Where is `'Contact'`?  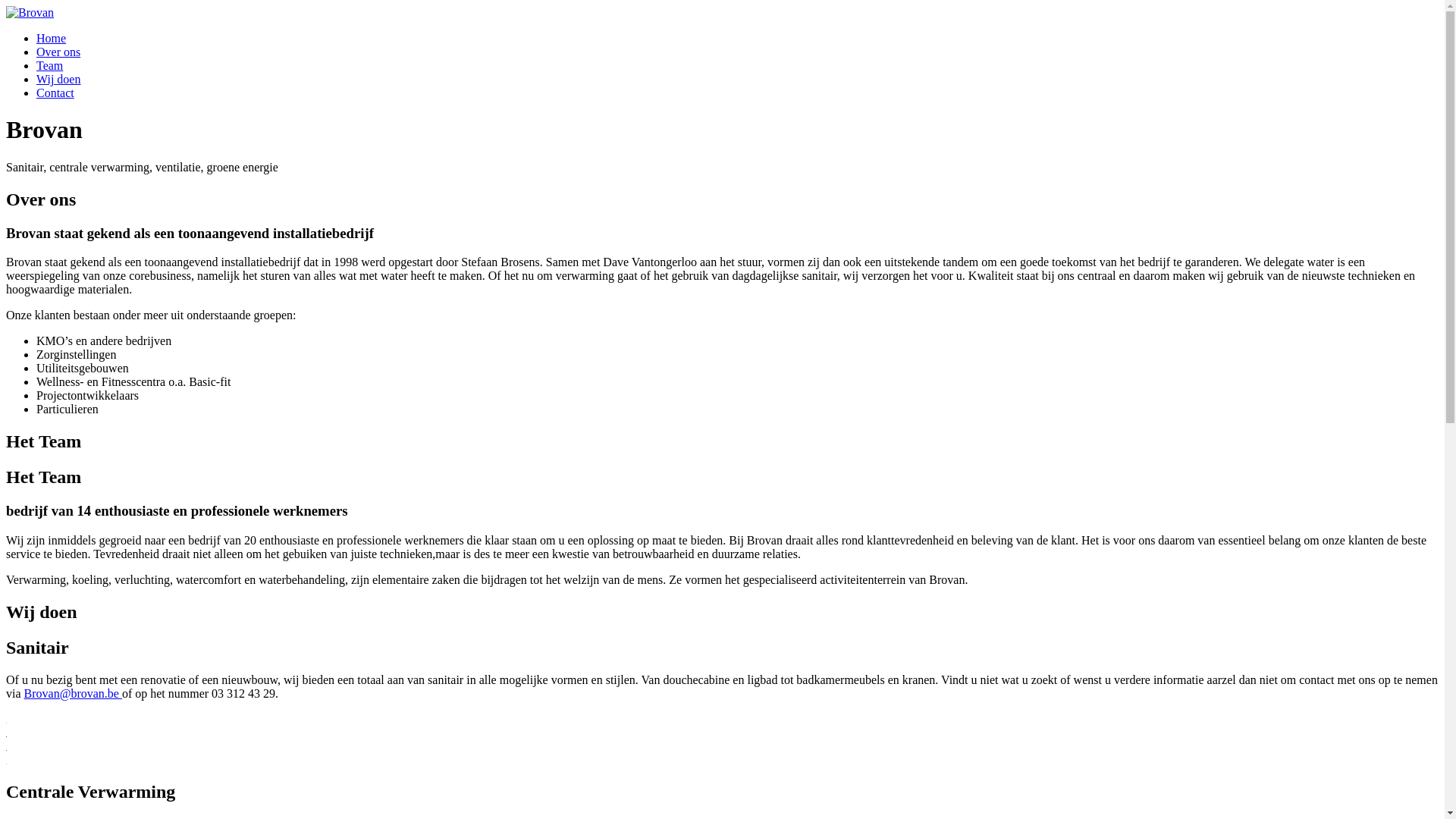
'Contact' is located at coordinates (55, 93).